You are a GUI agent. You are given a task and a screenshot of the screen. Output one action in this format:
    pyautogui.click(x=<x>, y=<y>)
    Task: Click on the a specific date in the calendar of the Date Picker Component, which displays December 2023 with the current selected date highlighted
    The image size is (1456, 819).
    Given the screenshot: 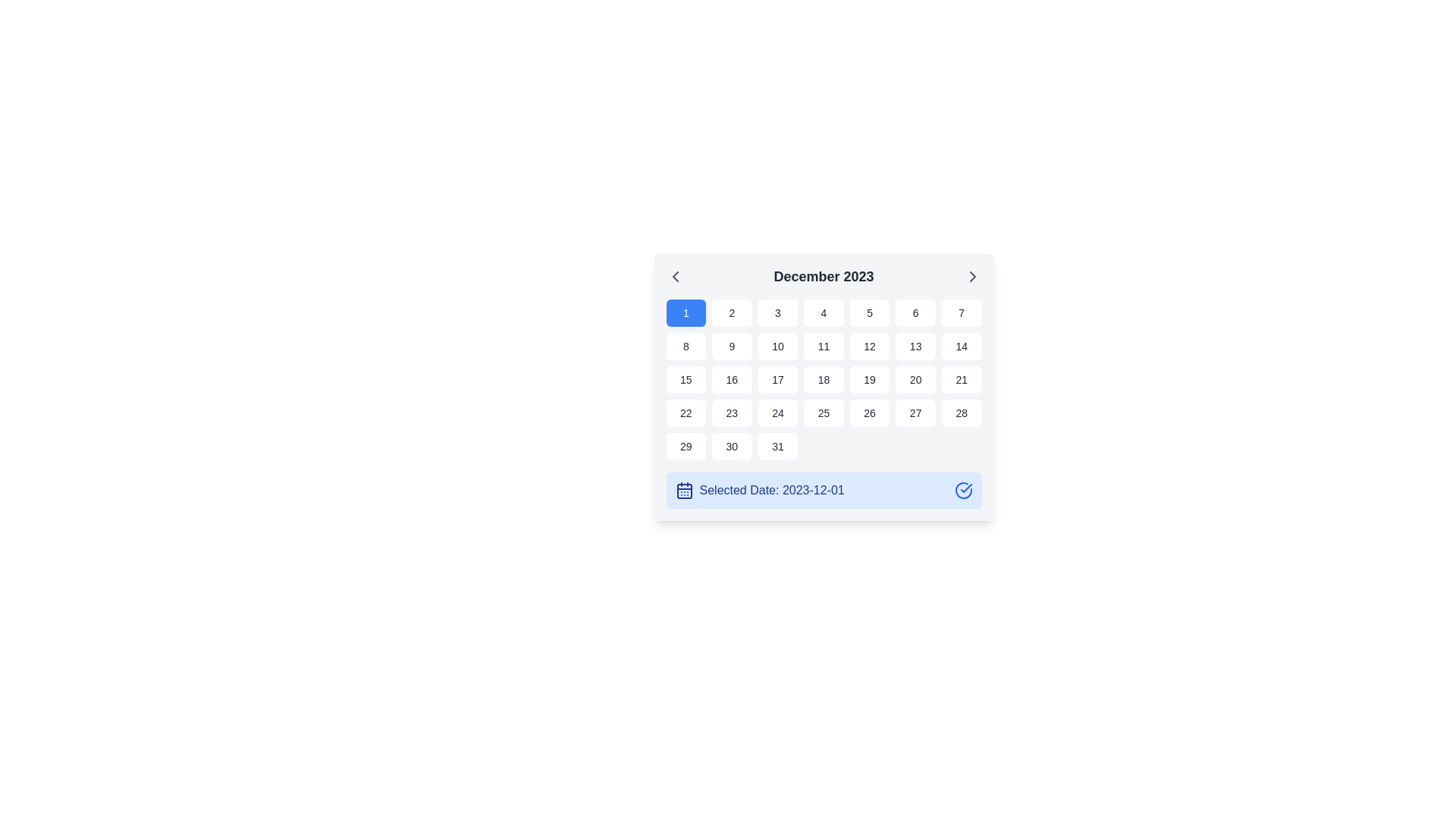 What is the action you would take?
    pyautogui.click(x=823, y=386)
    